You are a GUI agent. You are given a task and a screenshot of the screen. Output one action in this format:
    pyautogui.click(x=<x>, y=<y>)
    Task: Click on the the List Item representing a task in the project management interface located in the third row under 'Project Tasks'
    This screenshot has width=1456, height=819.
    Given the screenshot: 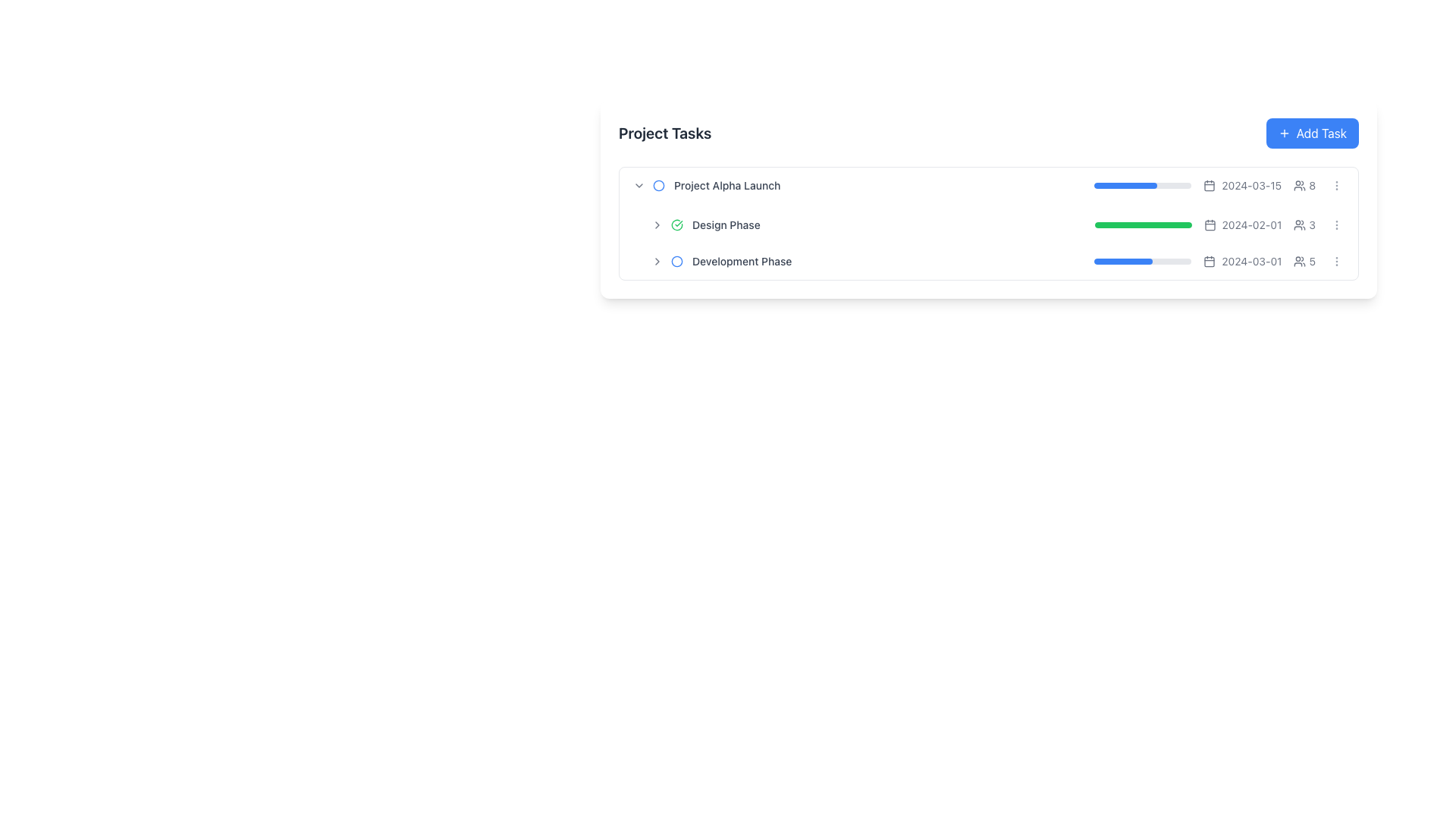 What is the action you would take?
    pyautogui.click(x=997, y=260)
    